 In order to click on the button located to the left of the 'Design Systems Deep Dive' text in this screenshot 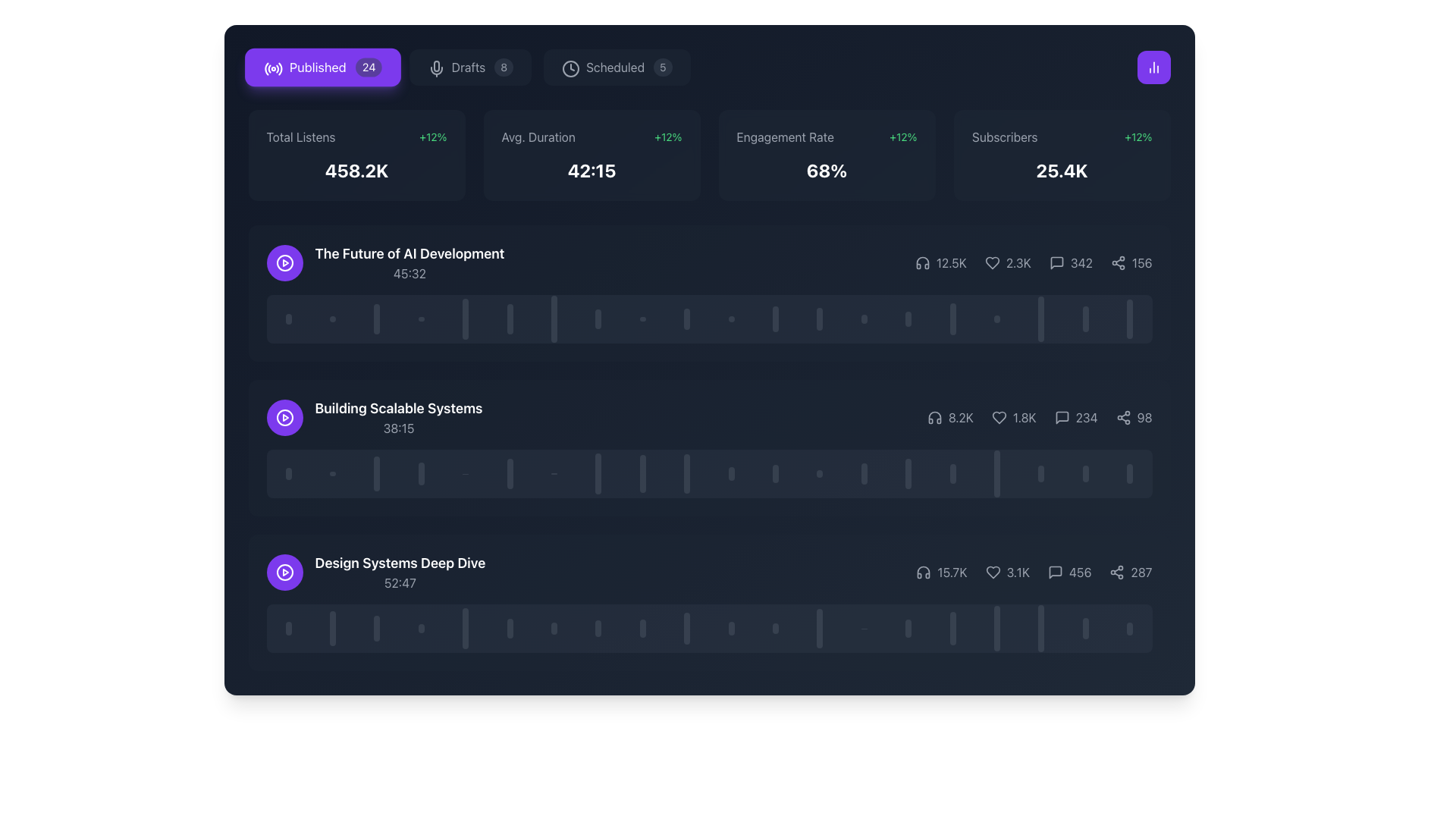, I will do `click(284, 573)`.